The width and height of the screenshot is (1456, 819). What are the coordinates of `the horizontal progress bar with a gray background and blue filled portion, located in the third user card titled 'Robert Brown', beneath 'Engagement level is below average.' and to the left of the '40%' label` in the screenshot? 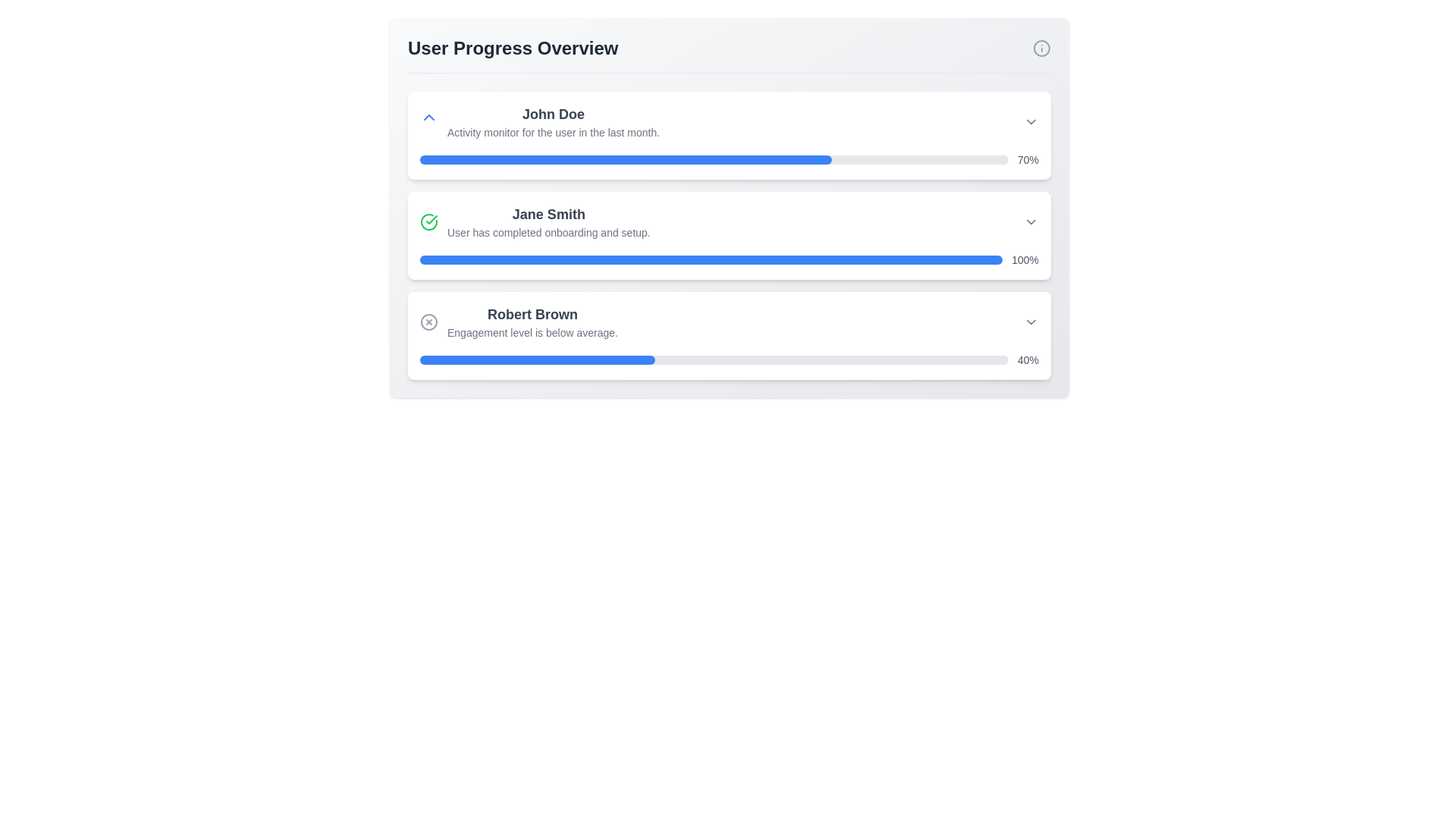 It's located at (713, 359).